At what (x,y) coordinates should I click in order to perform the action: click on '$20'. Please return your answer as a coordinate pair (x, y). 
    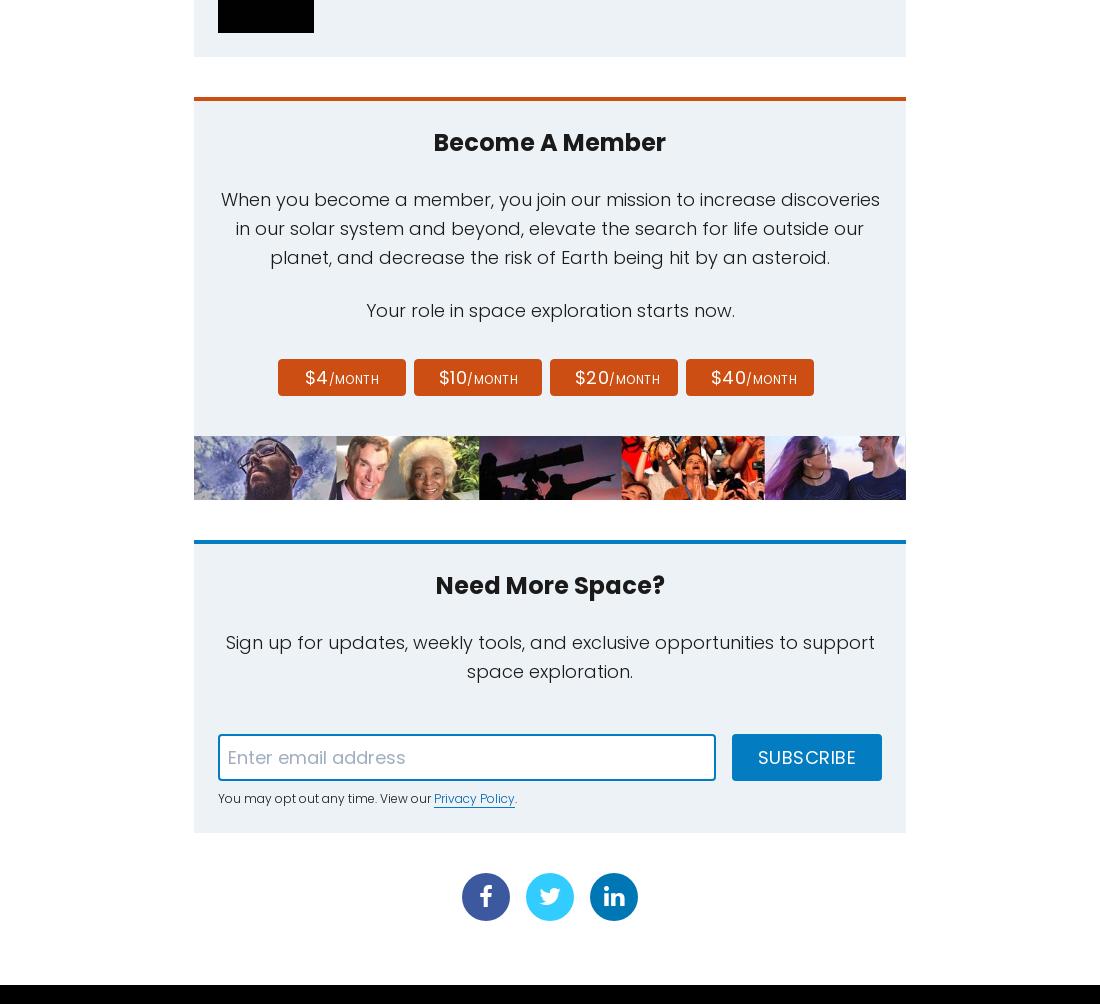
    Looking at the image, I should click on (573, 376).